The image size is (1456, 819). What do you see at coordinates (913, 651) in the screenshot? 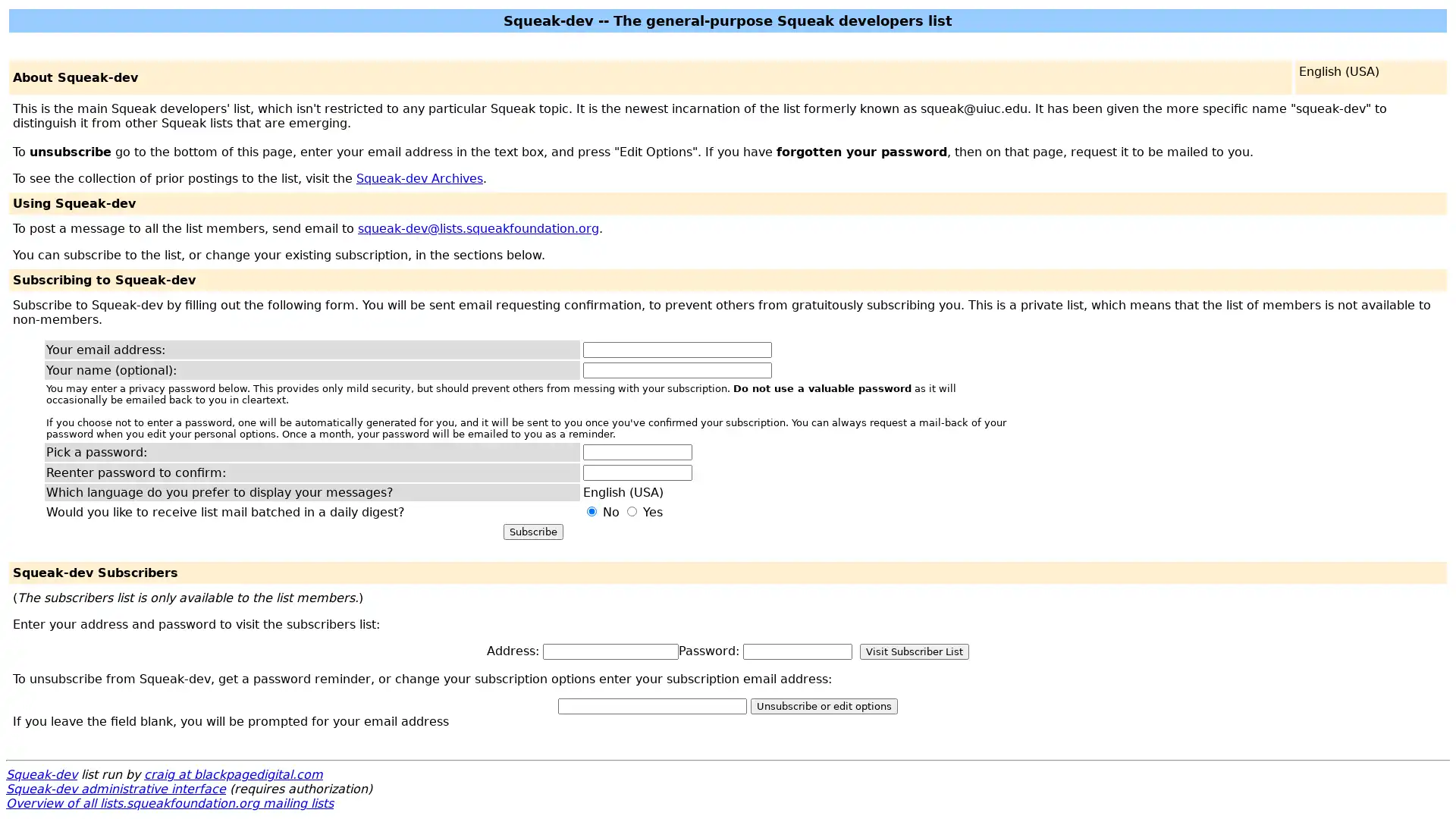
I see `Visit Subscriber List` at bounding box center [913, 651].